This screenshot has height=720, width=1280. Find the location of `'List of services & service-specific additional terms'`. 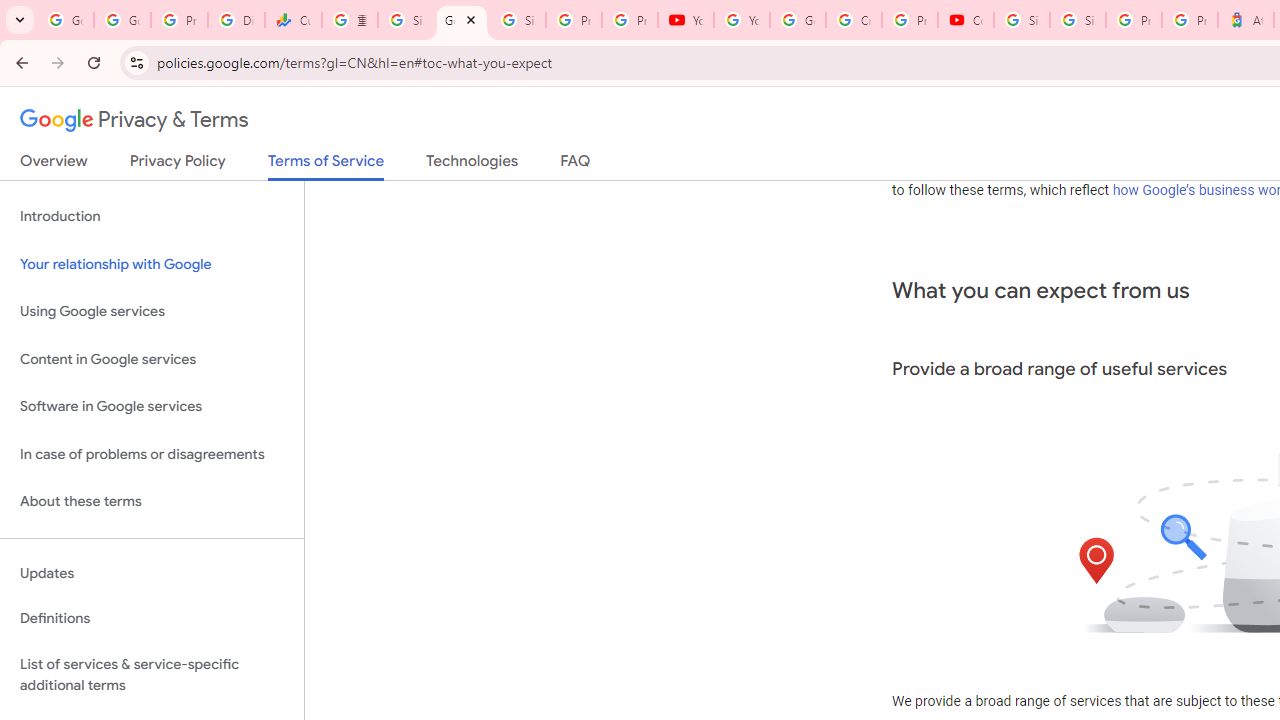

'List of services & service-specific additional terms' is located at coordinates (151, 675).